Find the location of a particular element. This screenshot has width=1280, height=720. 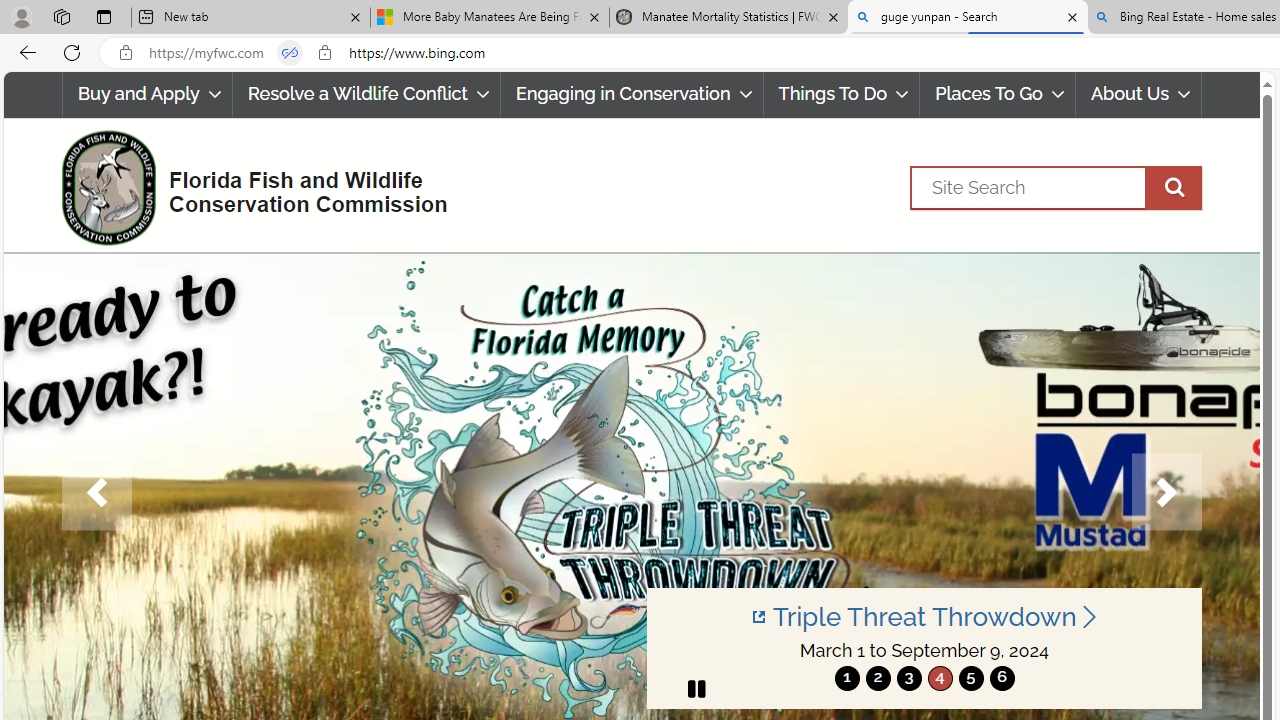

'Things To Do' is located at coordinates (841, 94).